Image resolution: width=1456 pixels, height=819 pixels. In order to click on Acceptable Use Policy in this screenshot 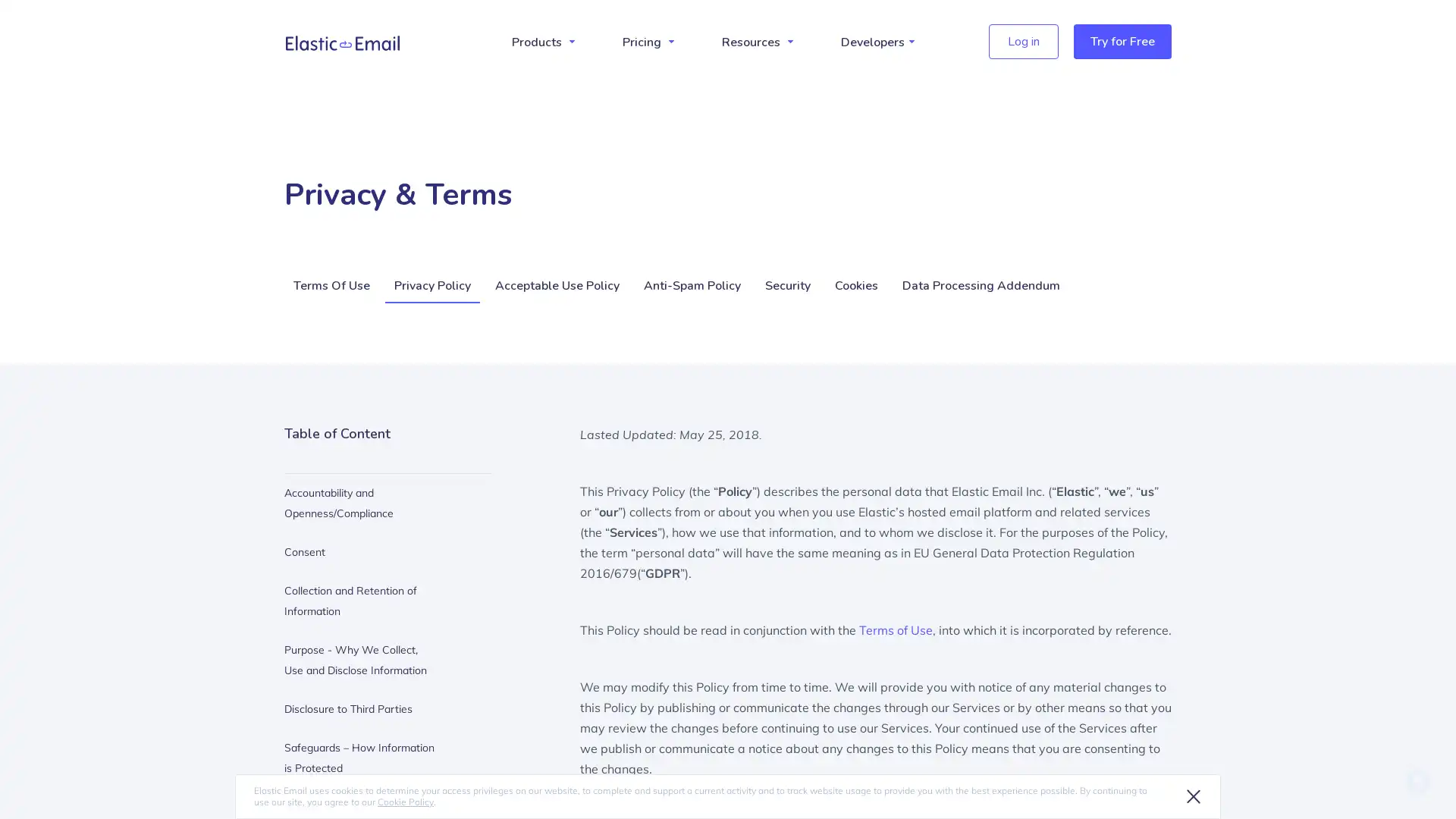, I will do `click(556, 287)`.